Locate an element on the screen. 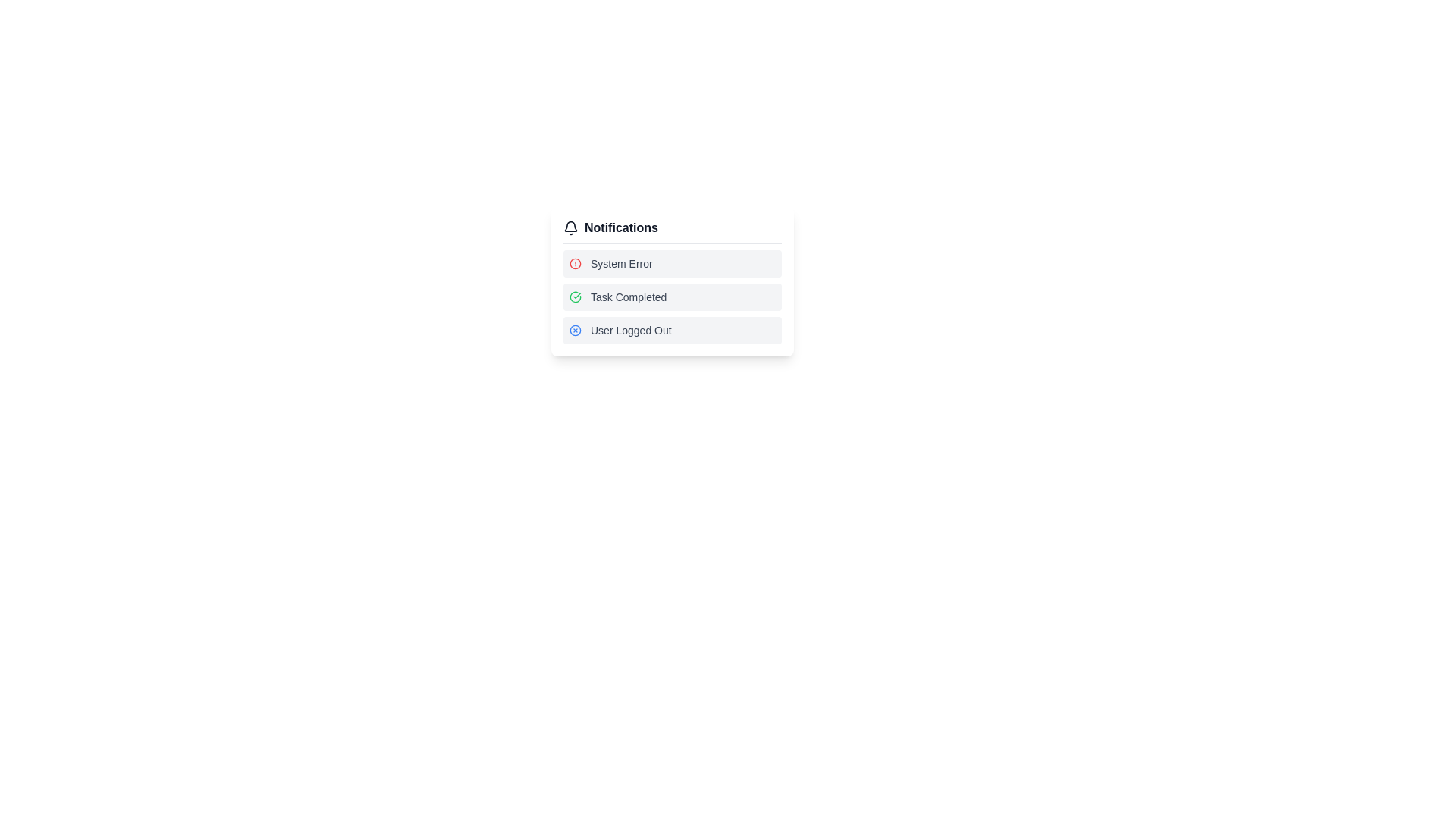  the circular icon with a green outline and checkmark inside, located at the leftmost side of the 'Task Completed' notification row, next to the text label 'Task Completed' is located at coordinates (574, 297).